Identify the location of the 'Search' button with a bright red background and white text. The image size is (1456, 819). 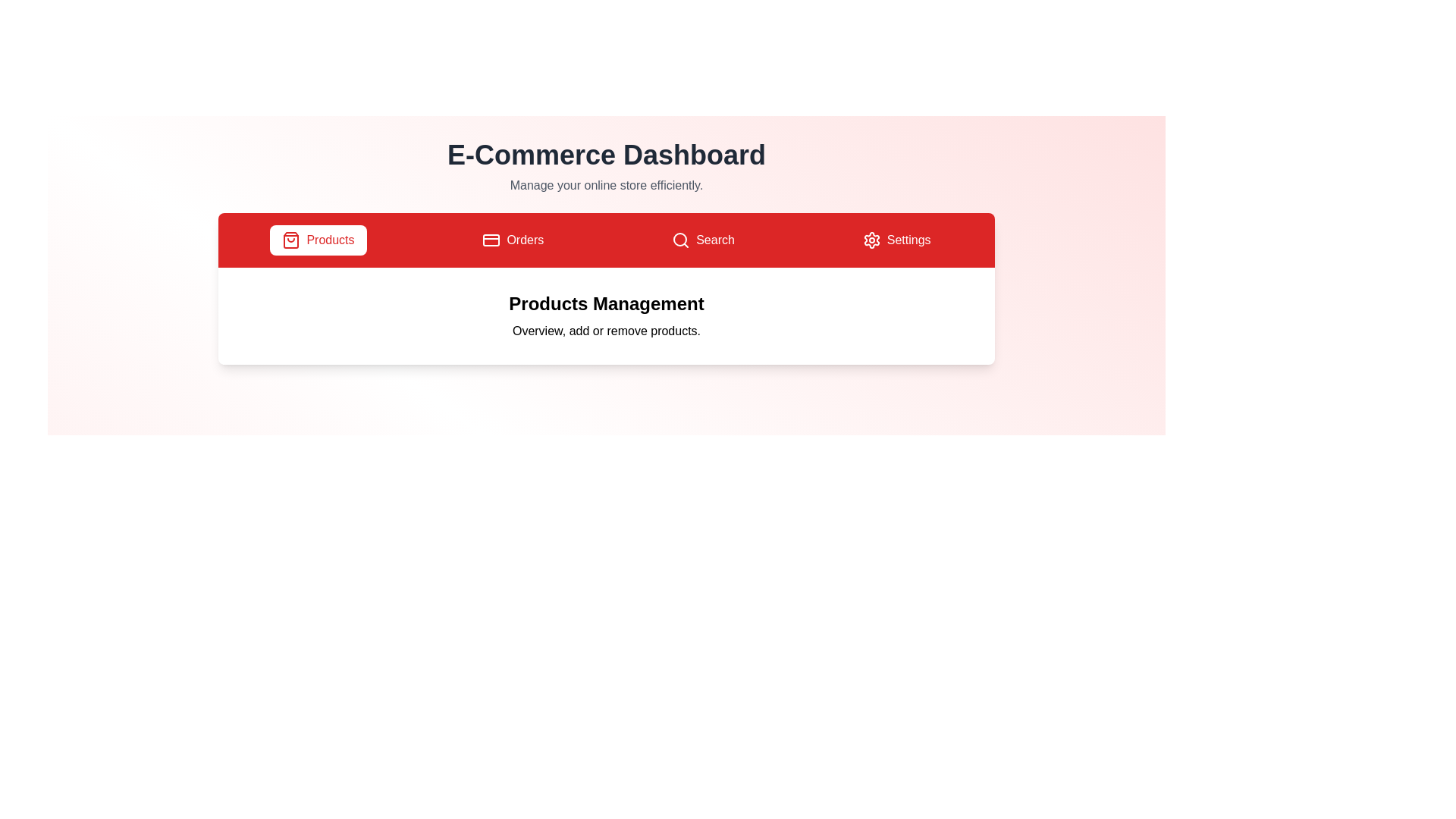
(702, 239).